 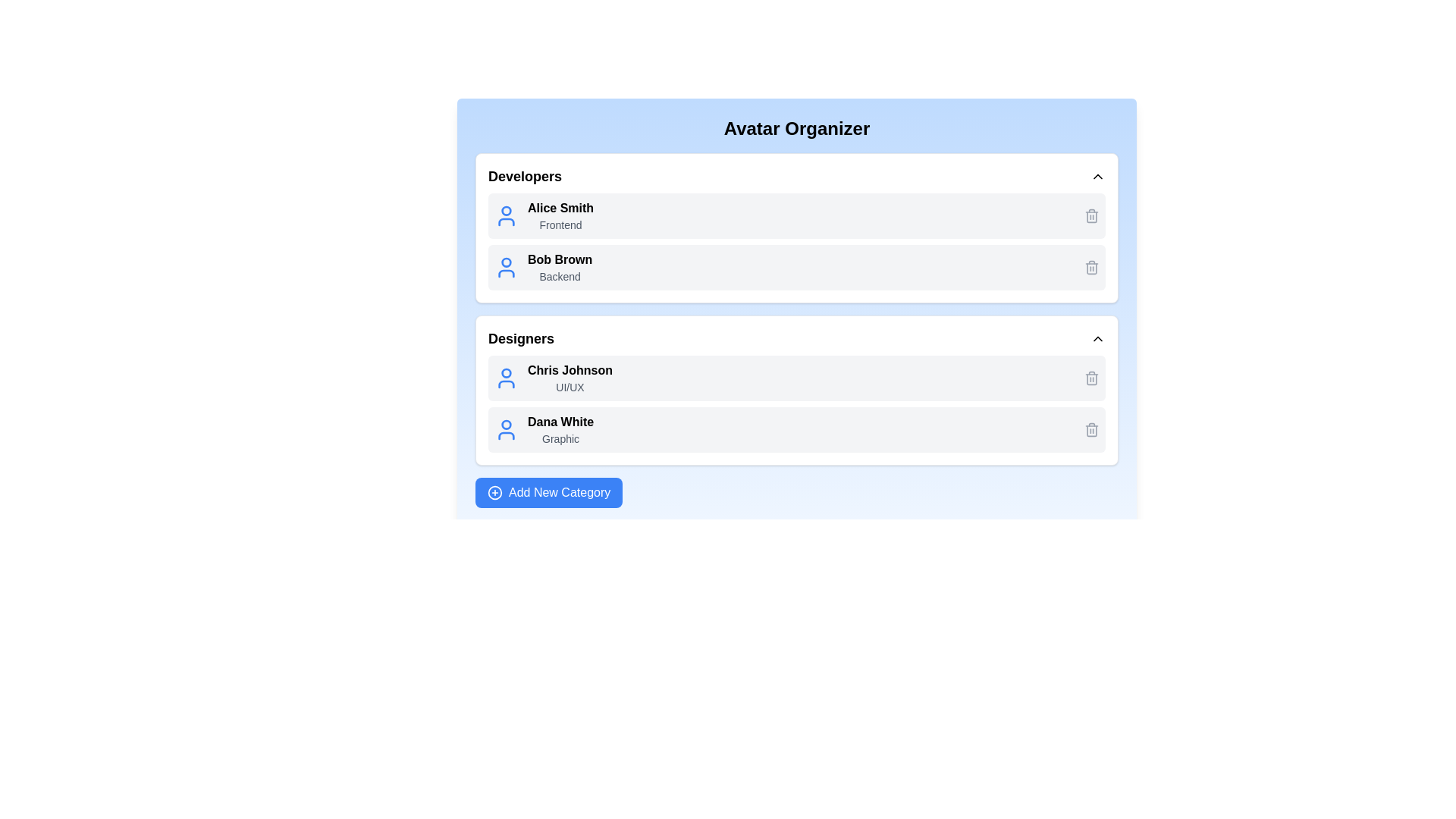 What do you see at coordinates (494, 493) in the screenshot?
I see `the surrounding area of the icon within the 'Add New Category' button, positioned at the bottom-left corner of the layout` at bounding box center [494, 493].